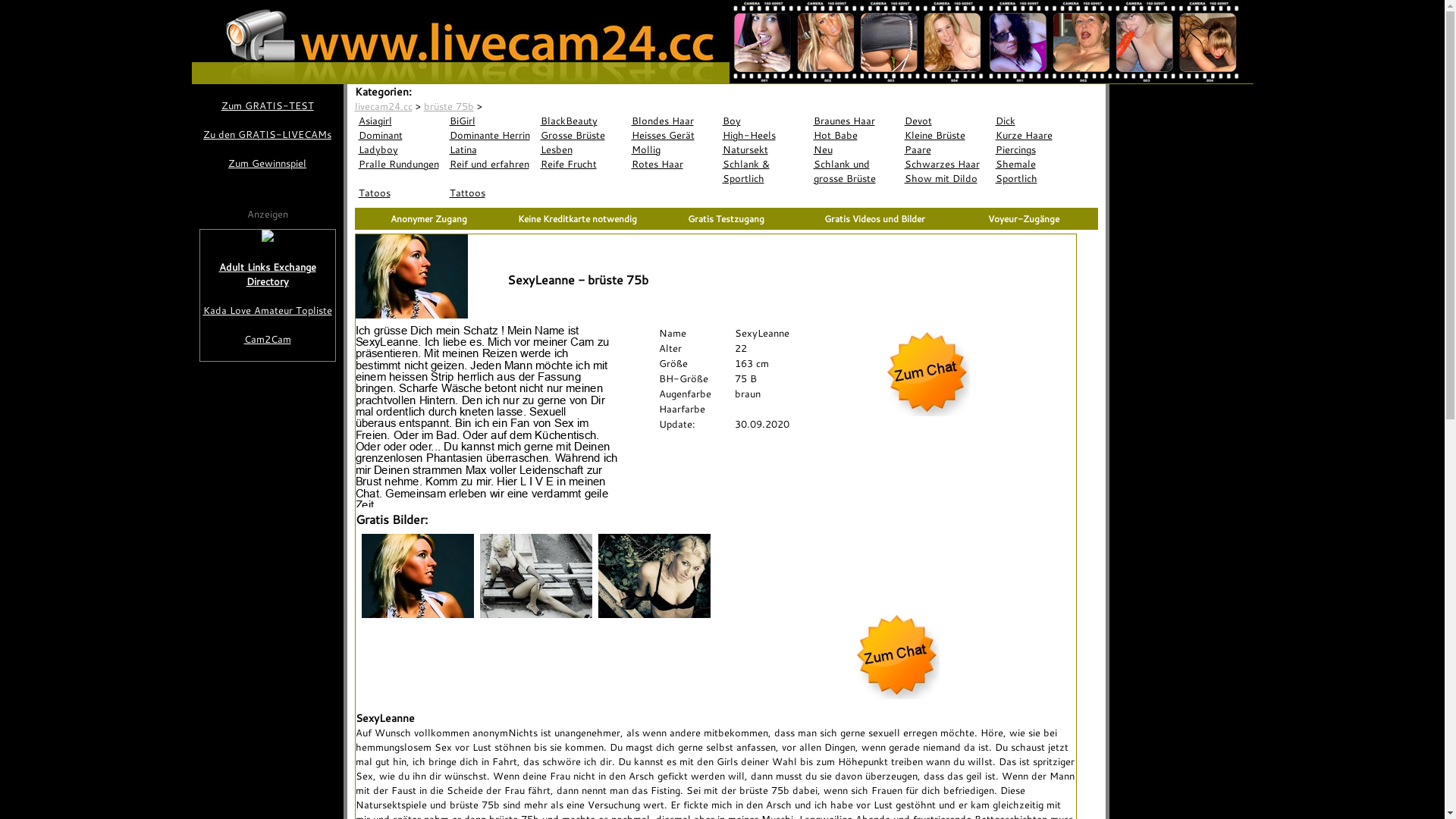 This screenshot has width=1456, height=819. What do you see at coordinates (673, 120) in the screenshot?
I see `'Blondes Haar'` at bounding box center [673, 120].